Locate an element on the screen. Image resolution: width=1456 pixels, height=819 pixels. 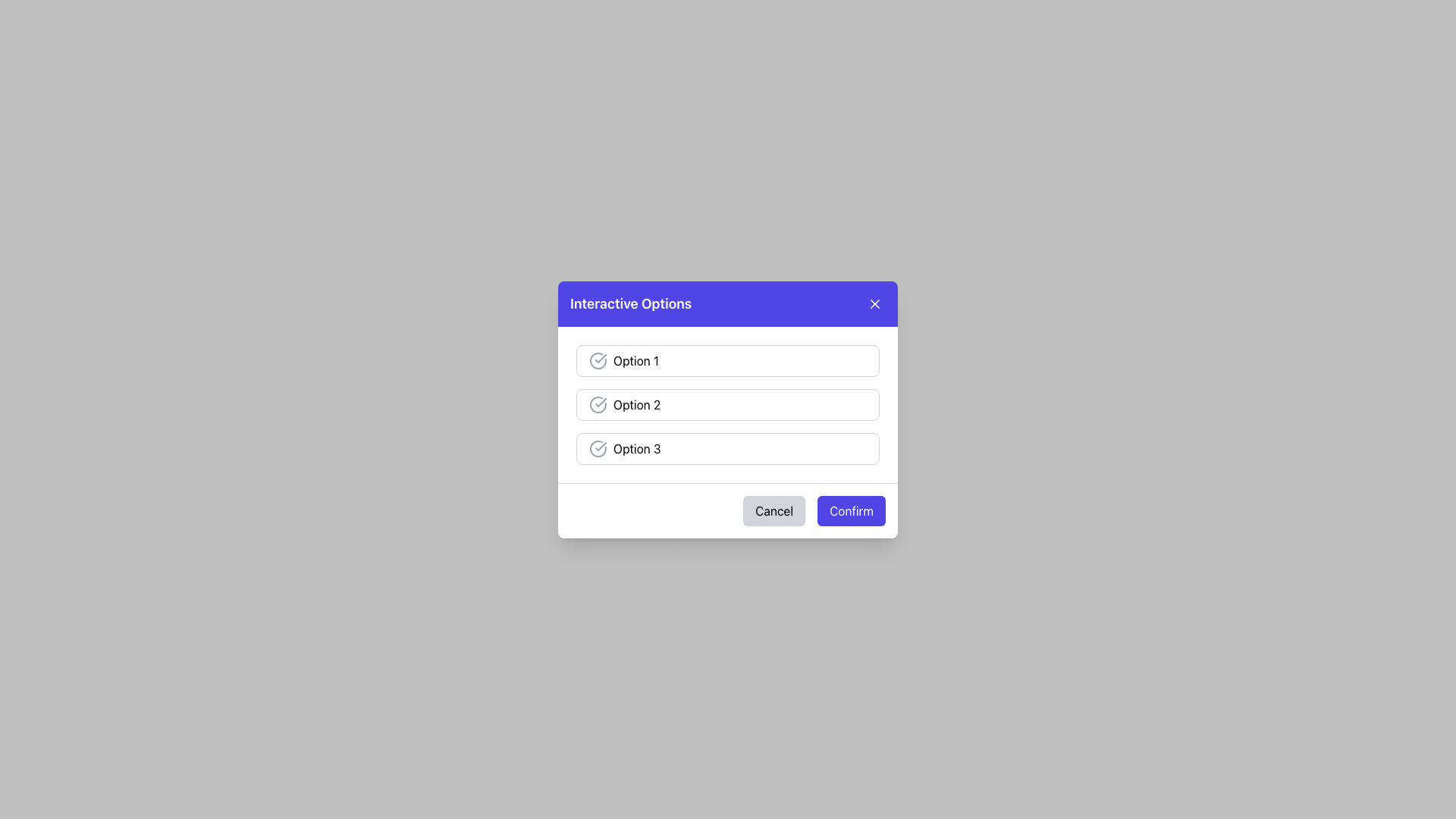
the text label displaying 'Option 2' is located at coordinates (637, 403).